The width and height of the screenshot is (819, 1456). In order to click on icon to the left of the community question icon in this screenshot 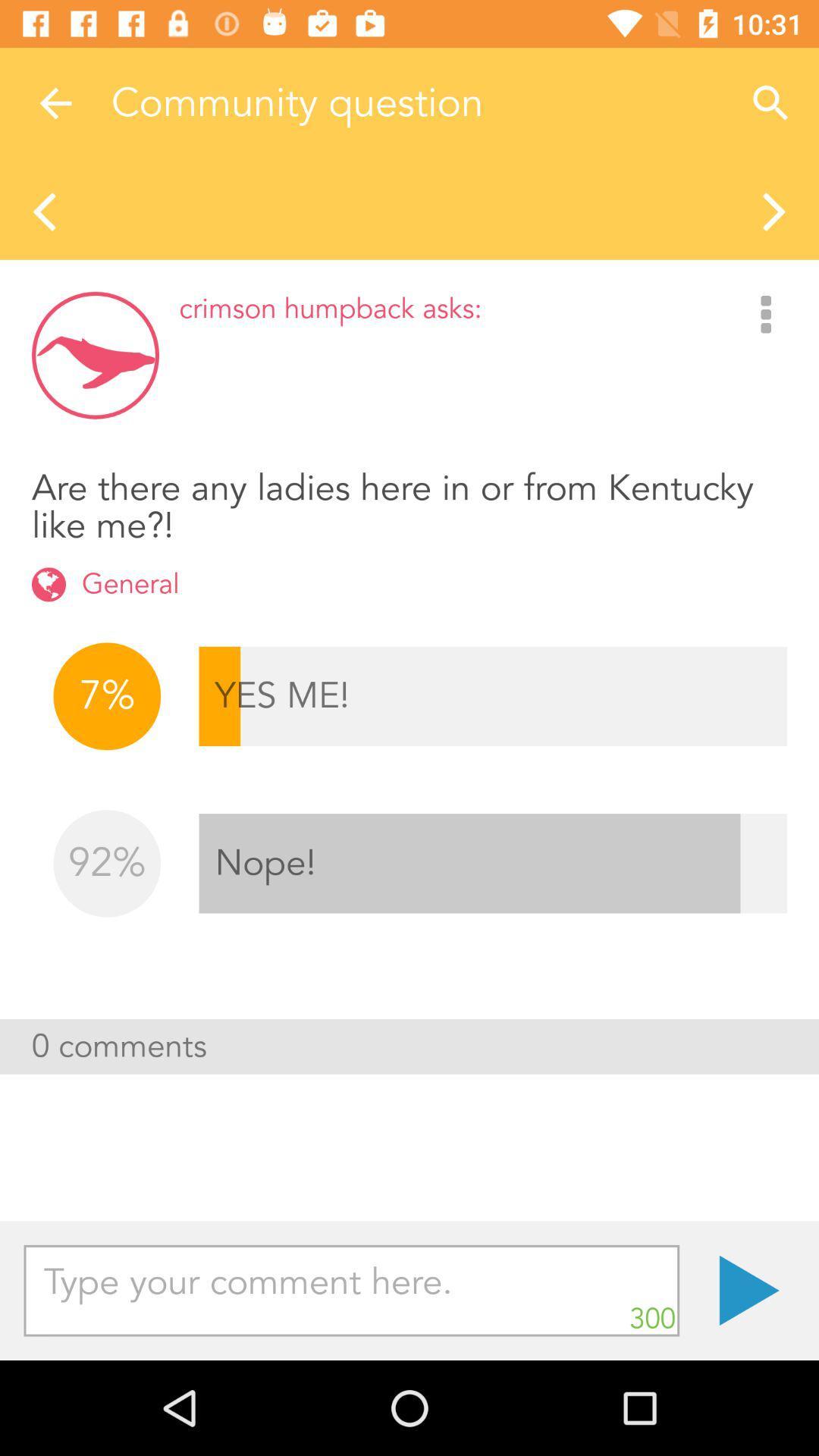, I will do `click(55, 102)`.